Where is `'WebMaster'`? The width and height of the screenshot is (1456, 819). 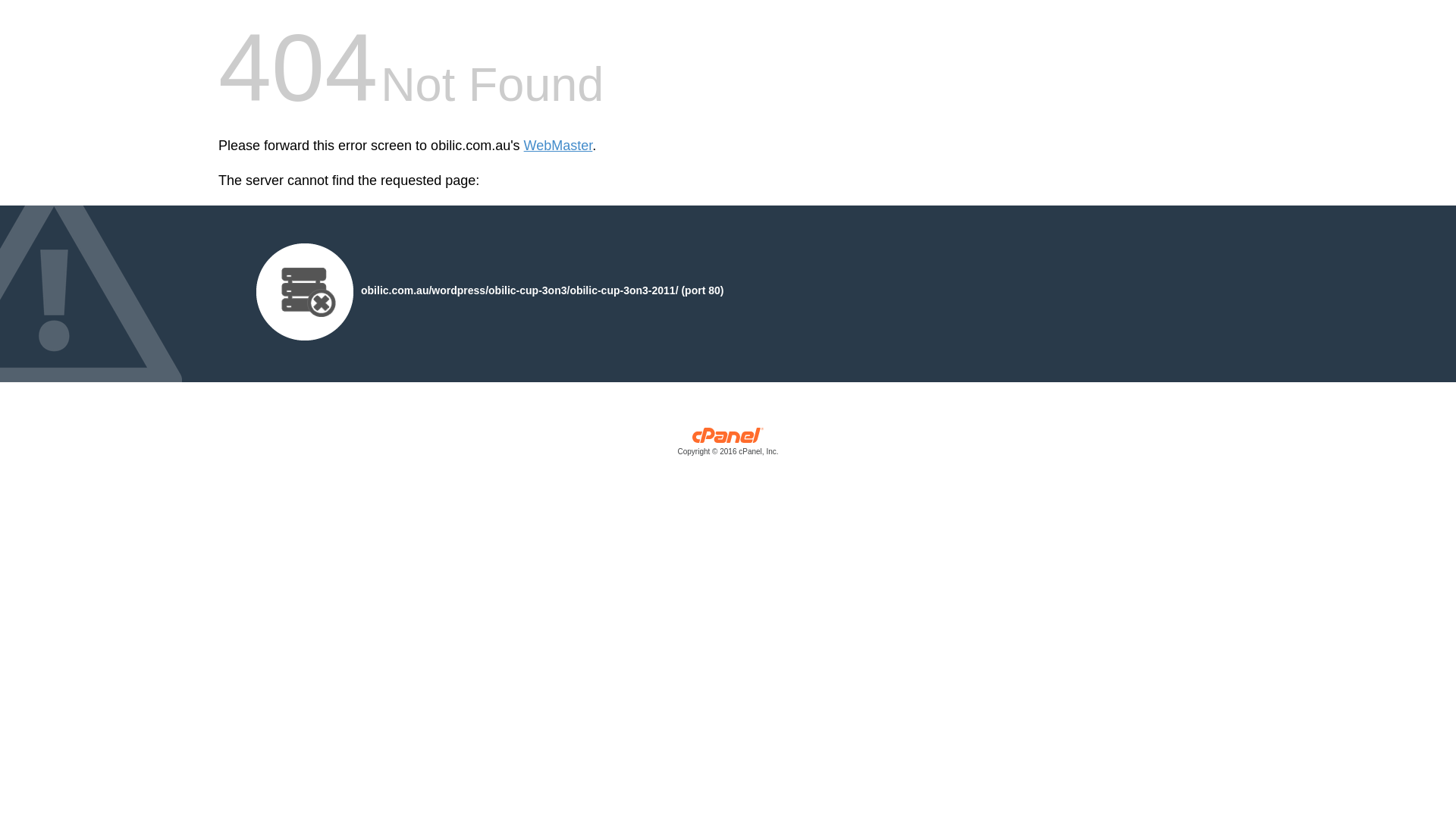 'WebMaster' is located at coordinates (524, 146).